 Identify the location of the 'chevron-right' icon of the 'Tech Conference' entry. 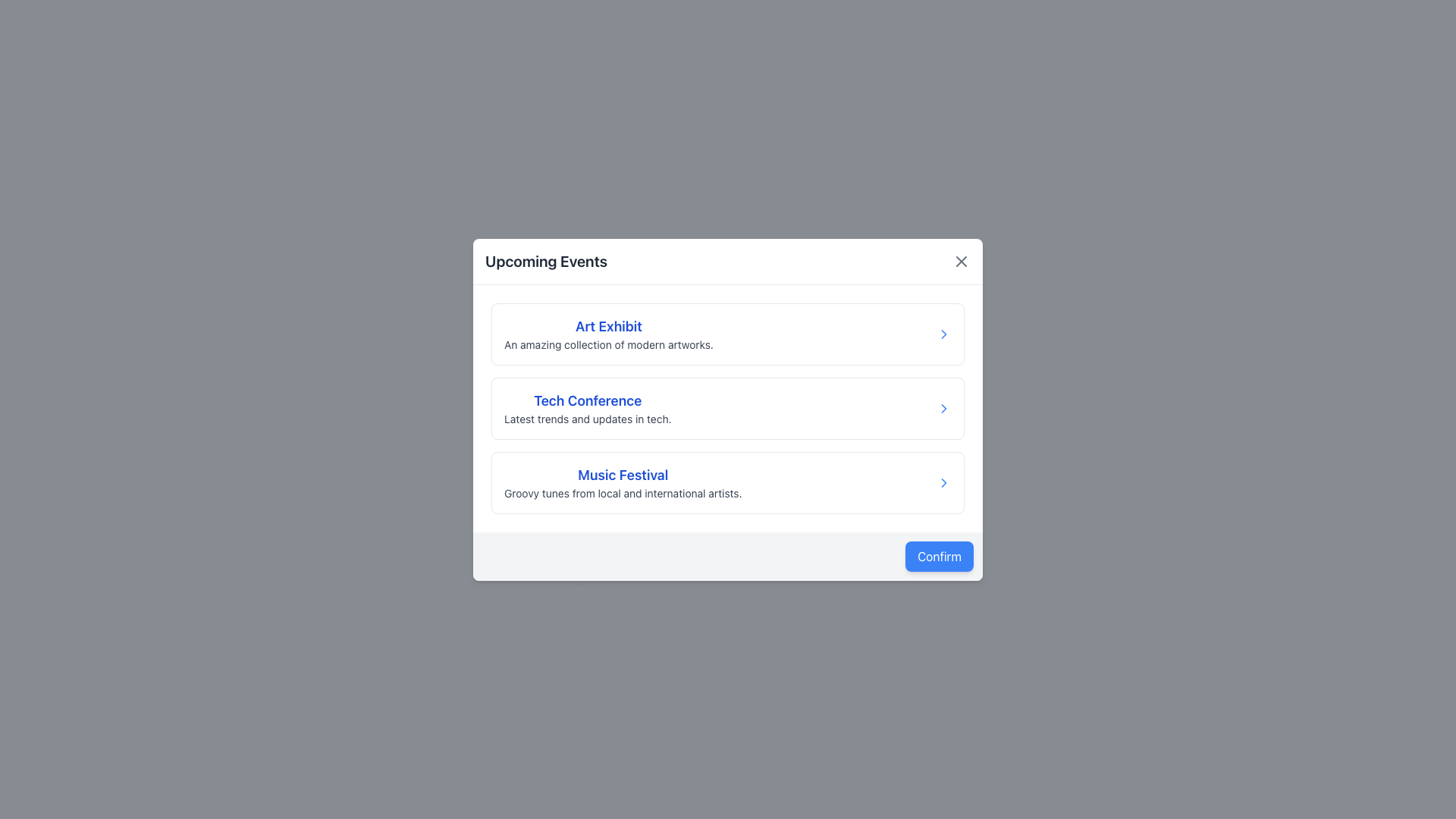
(943, 406).